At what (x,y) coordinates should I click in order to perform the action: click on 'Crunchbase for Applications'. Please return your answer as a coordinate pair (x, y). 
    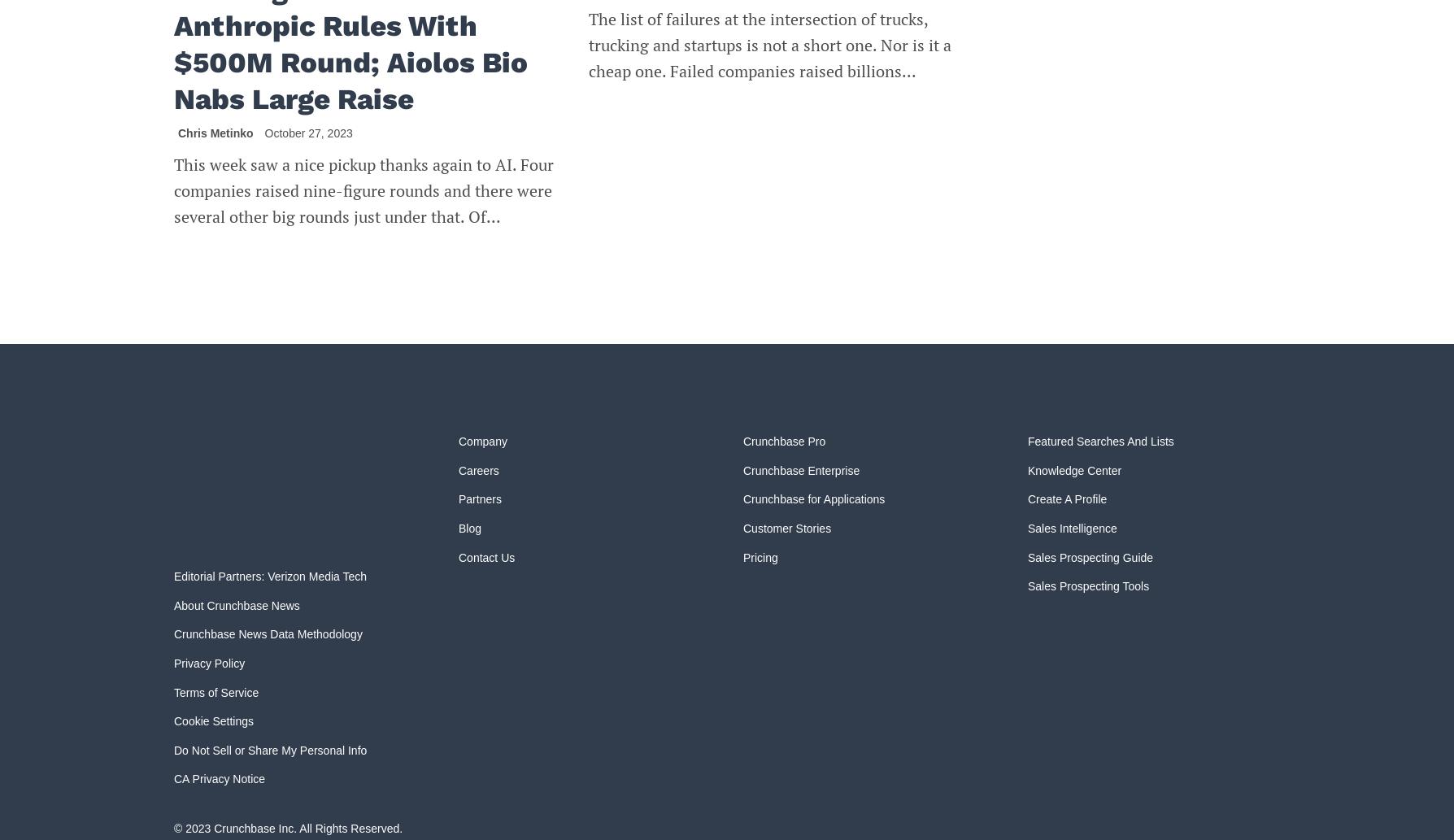
    Looking at the image, I should click on (813, 498).